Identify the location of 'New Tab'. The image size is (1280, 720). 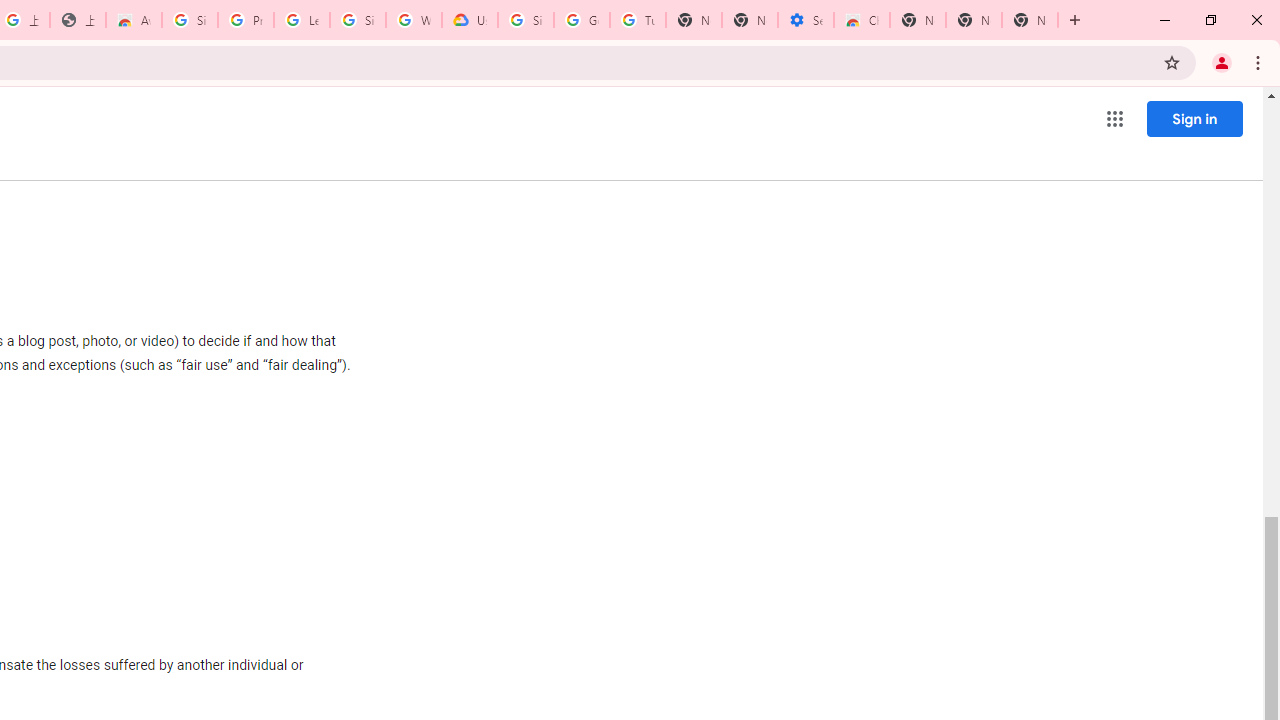
(1030, 20).